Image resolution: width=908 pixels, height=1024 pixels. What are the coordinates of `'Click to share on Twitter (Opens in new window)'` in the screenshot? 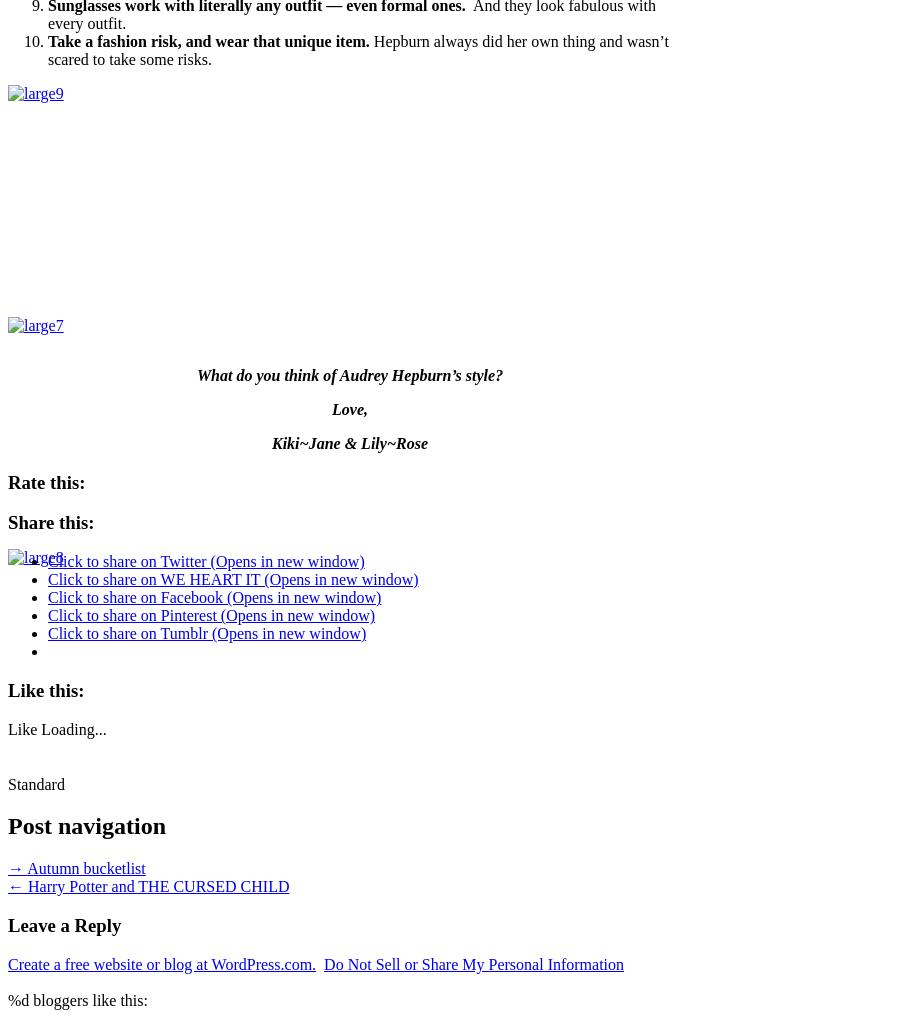 It's located at (206, 560).